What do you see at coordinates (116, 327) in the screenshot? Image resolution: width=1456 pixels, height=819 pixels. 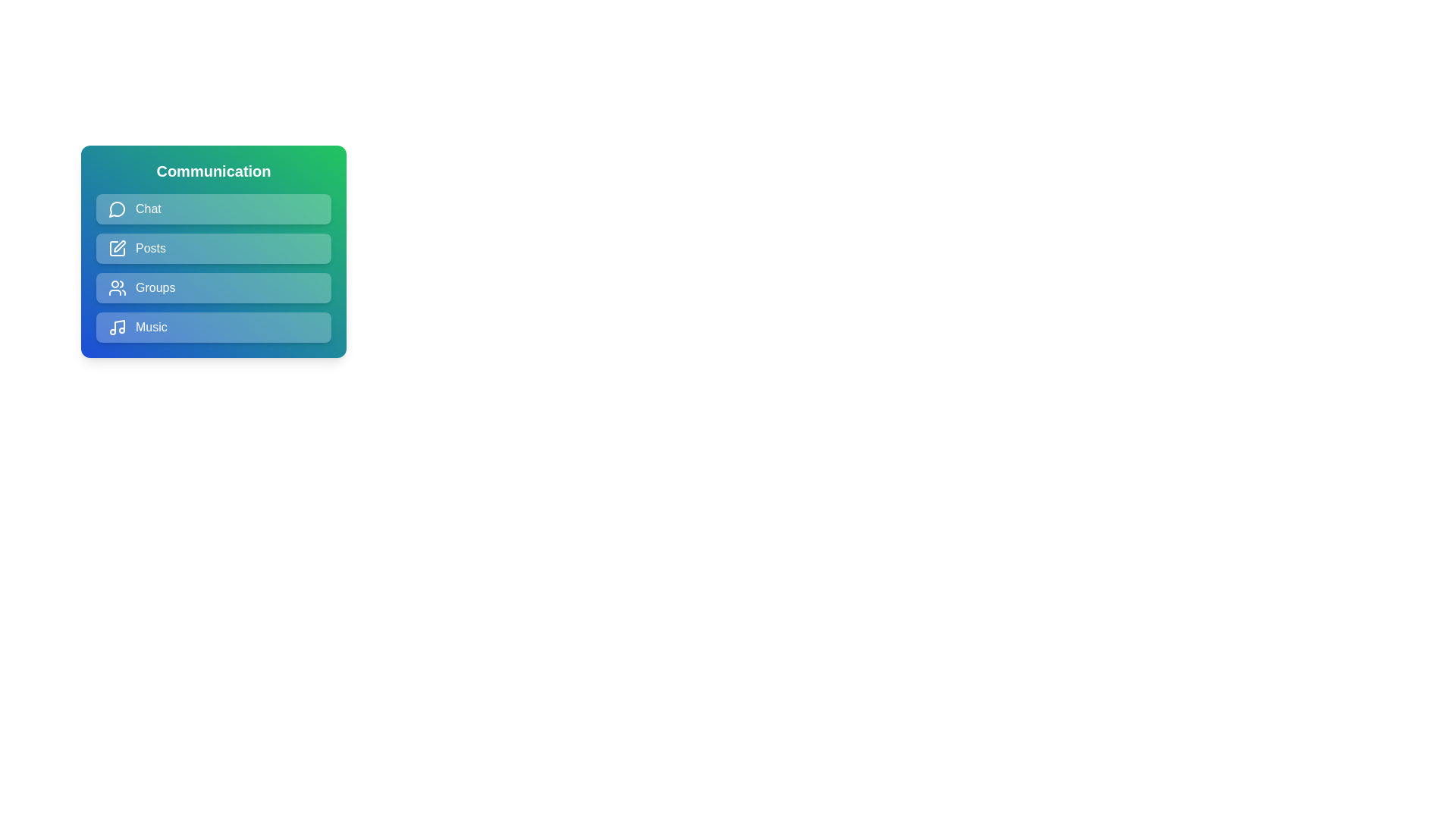 I see `the icon associated with the Music menu item` at bounding box center [116, 327].